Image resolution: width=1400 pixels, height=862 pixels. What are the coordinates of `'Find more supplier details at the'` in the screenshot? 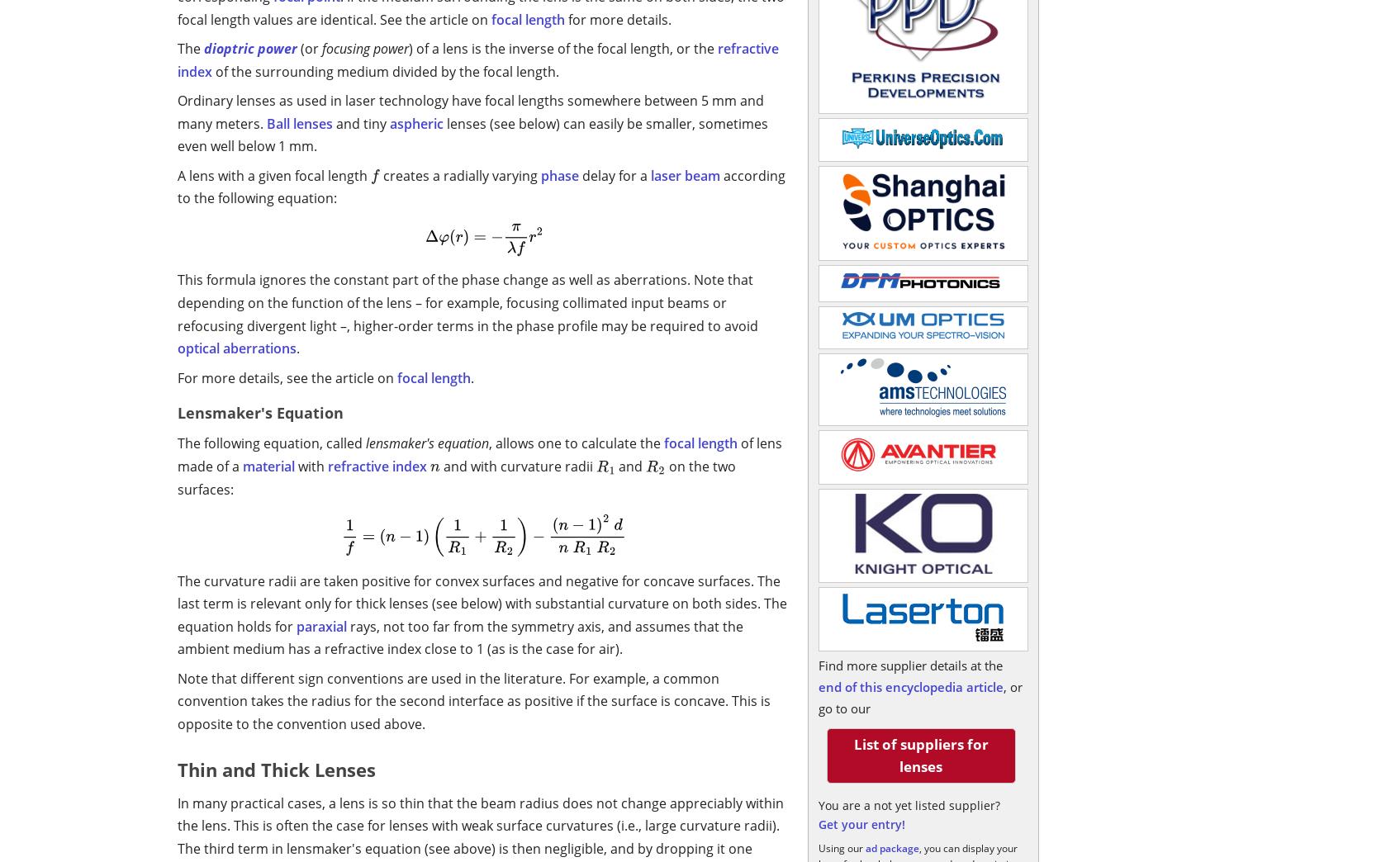 It's located at (909, 665).